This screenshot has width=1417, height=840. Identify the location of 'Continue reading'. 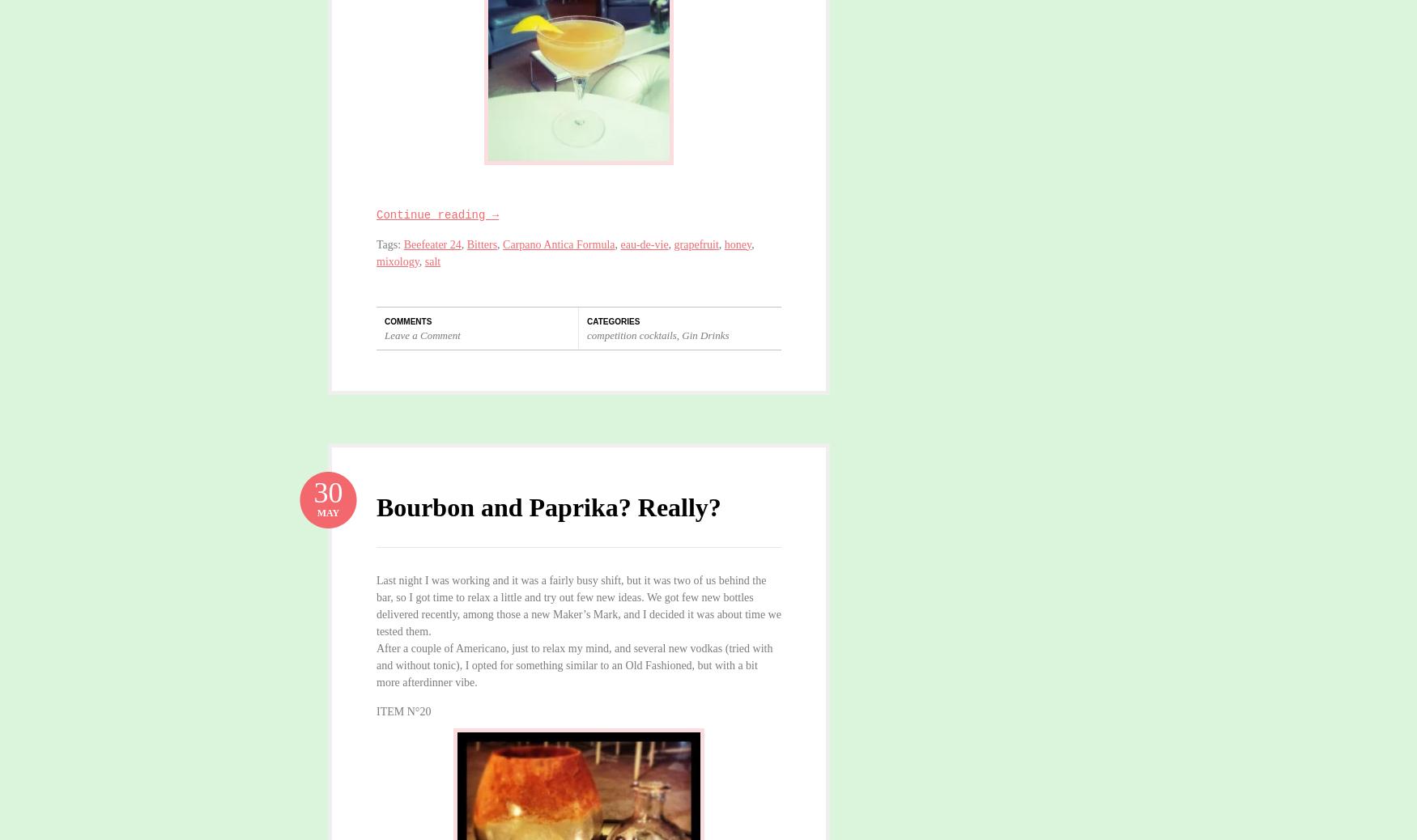
(433, 214).